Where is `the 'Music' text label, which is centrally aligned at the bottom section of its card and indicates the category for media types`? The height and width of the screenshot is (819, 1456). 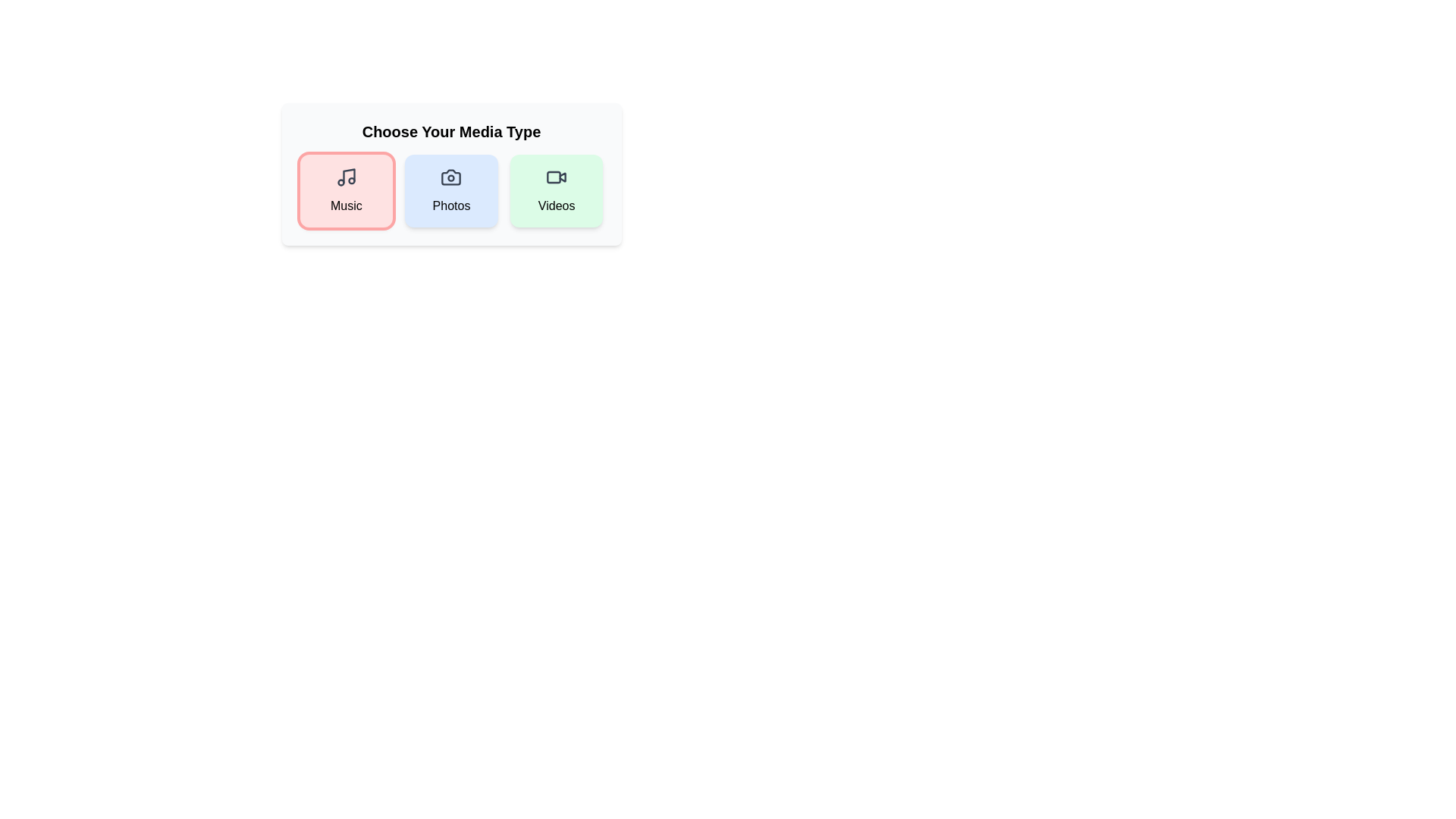
the 'Music' text label, which is centrally aligned at the bottom section of its card and indicates the category for media types is located at coordinates (345, 206).